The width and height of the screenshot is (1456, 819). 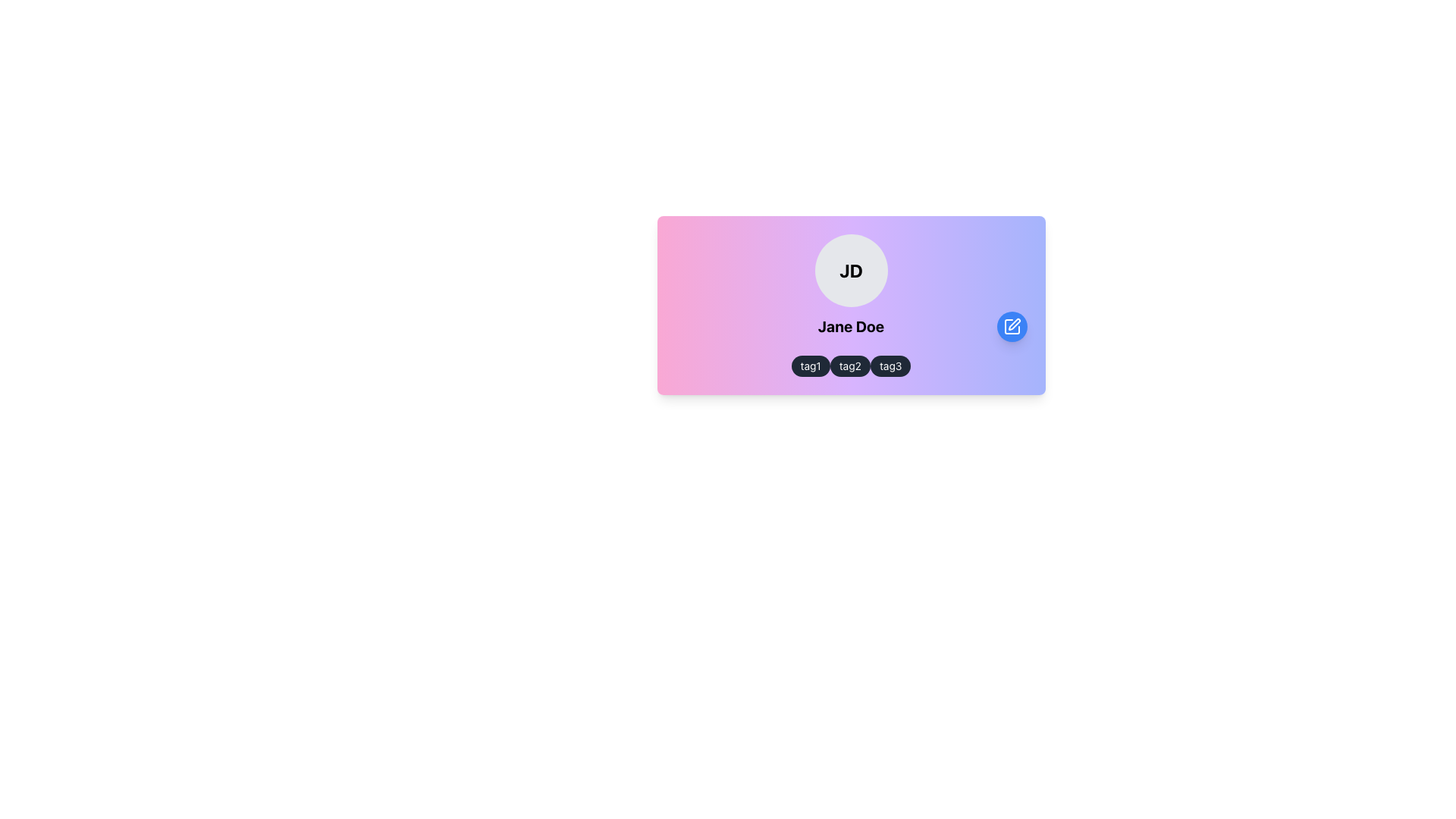 What do you see at coordinates (890, 366) in the screenshot?
I see `the details of the third tag from the left in the horizontal group of tags located below the profile card` at bounding box center [890, 366].